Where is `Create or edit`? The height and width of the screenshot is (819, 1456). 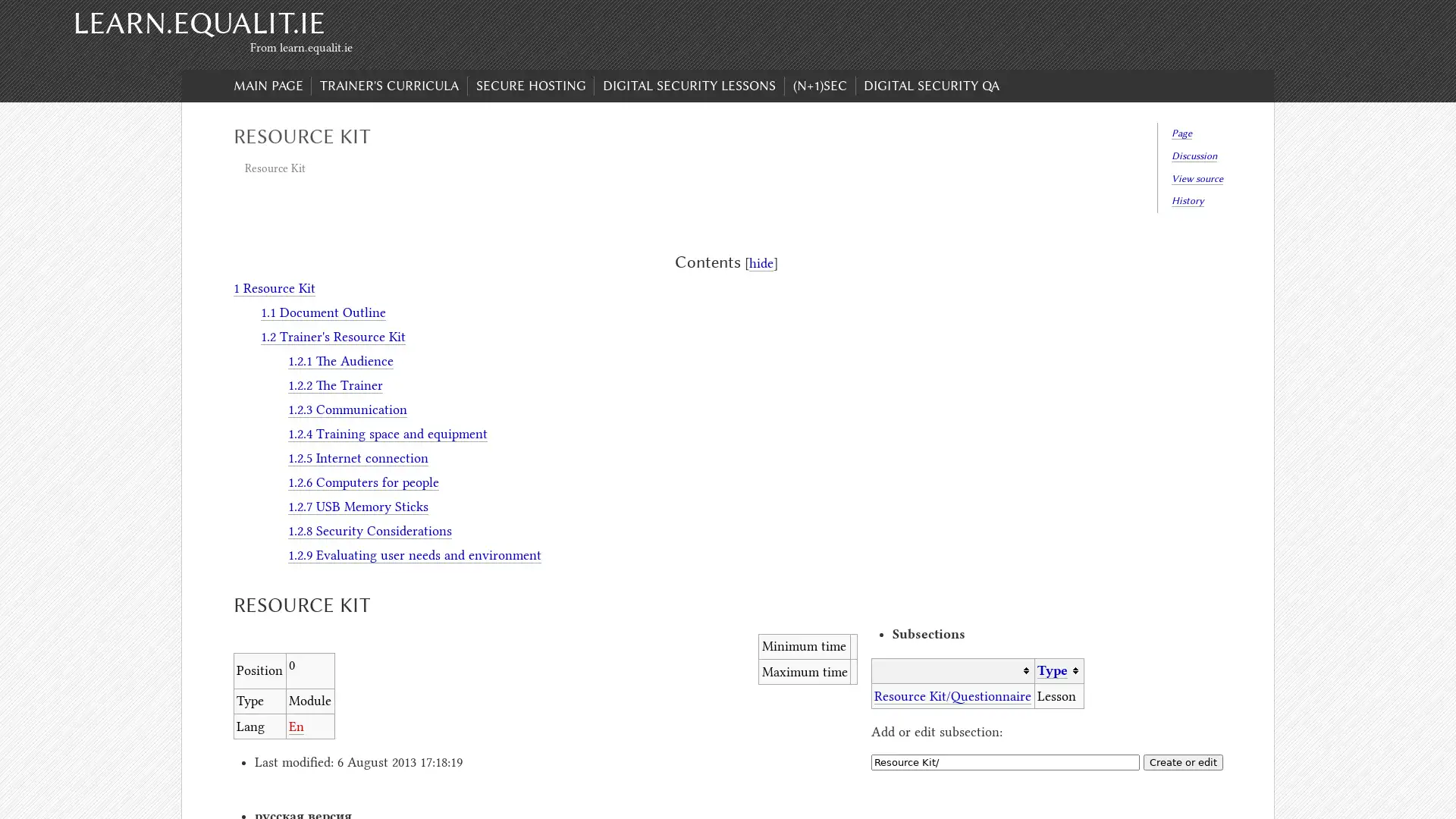 Create or edit is located at coordinates (1181, 761).